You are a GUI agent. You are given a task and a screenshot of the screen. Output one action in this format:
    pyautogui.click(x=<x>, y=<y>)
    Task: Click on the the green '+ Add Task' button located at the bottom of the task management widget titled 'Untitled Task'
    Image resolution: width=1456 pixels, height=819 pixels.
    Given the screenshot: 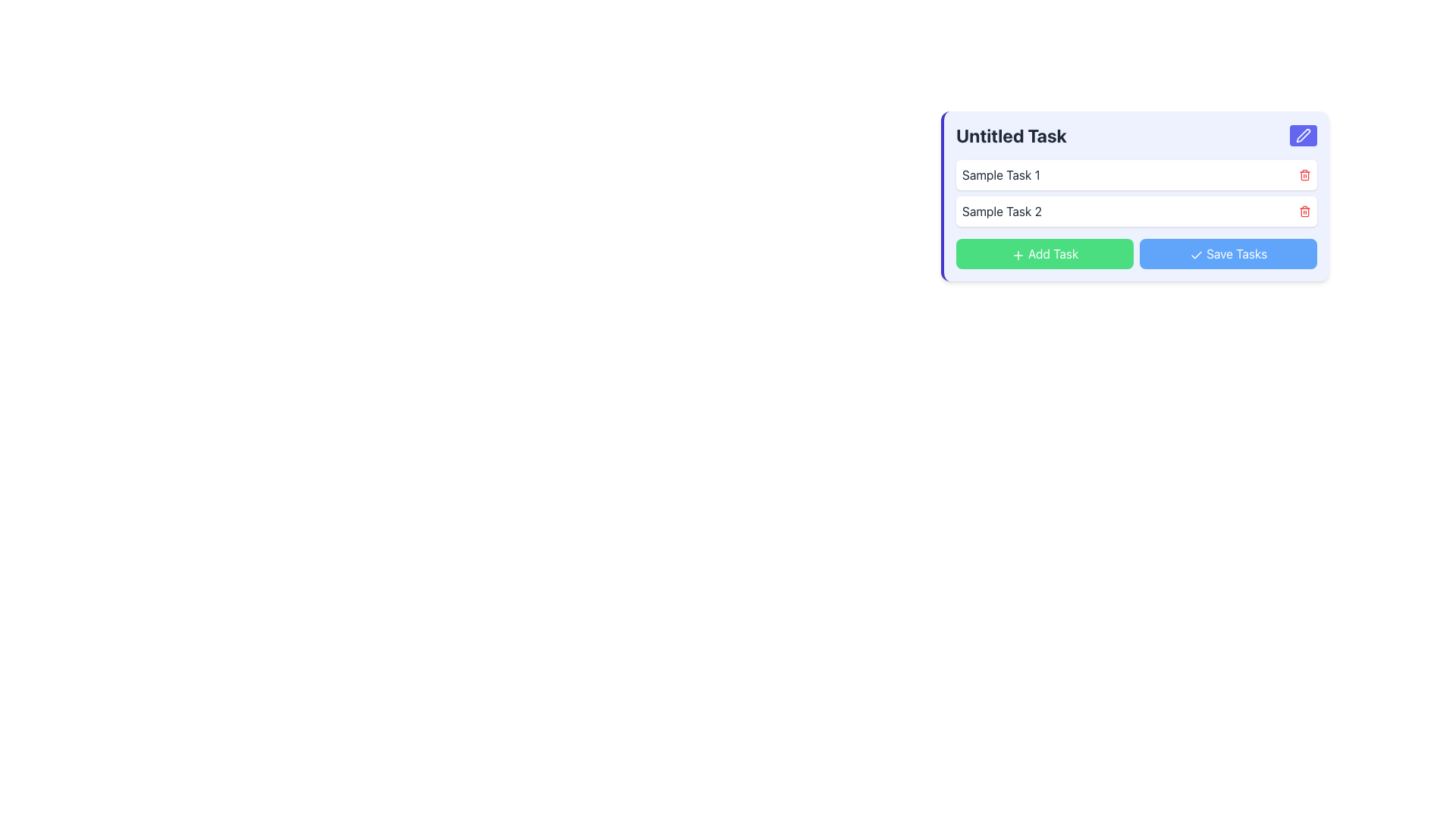 What is the action you would take?
    pyautogui.click(x=1135, y=286)
    